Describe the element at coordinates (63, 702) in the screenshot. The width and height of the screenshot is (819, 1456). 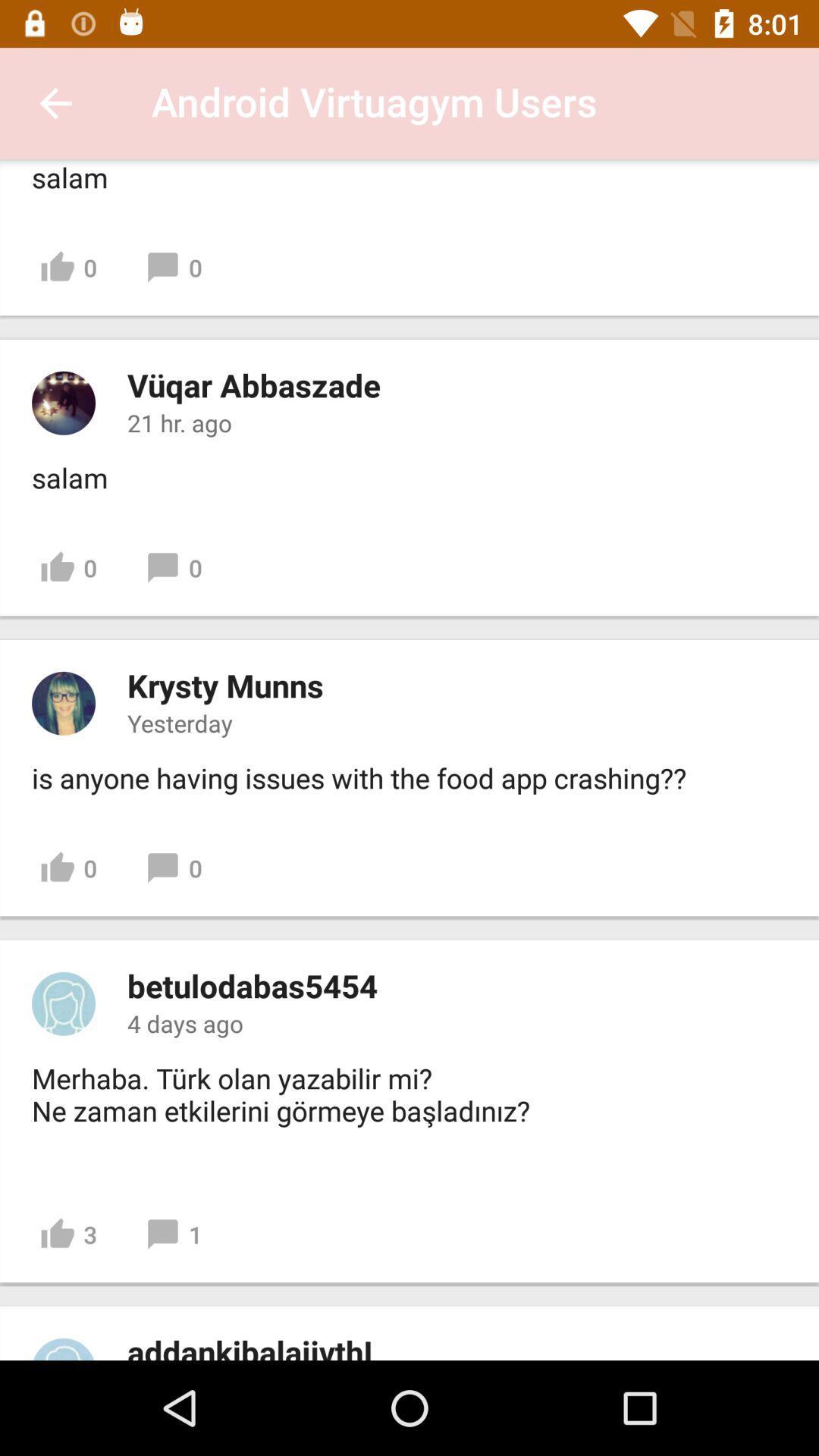
I see `person 's profile` at that location.